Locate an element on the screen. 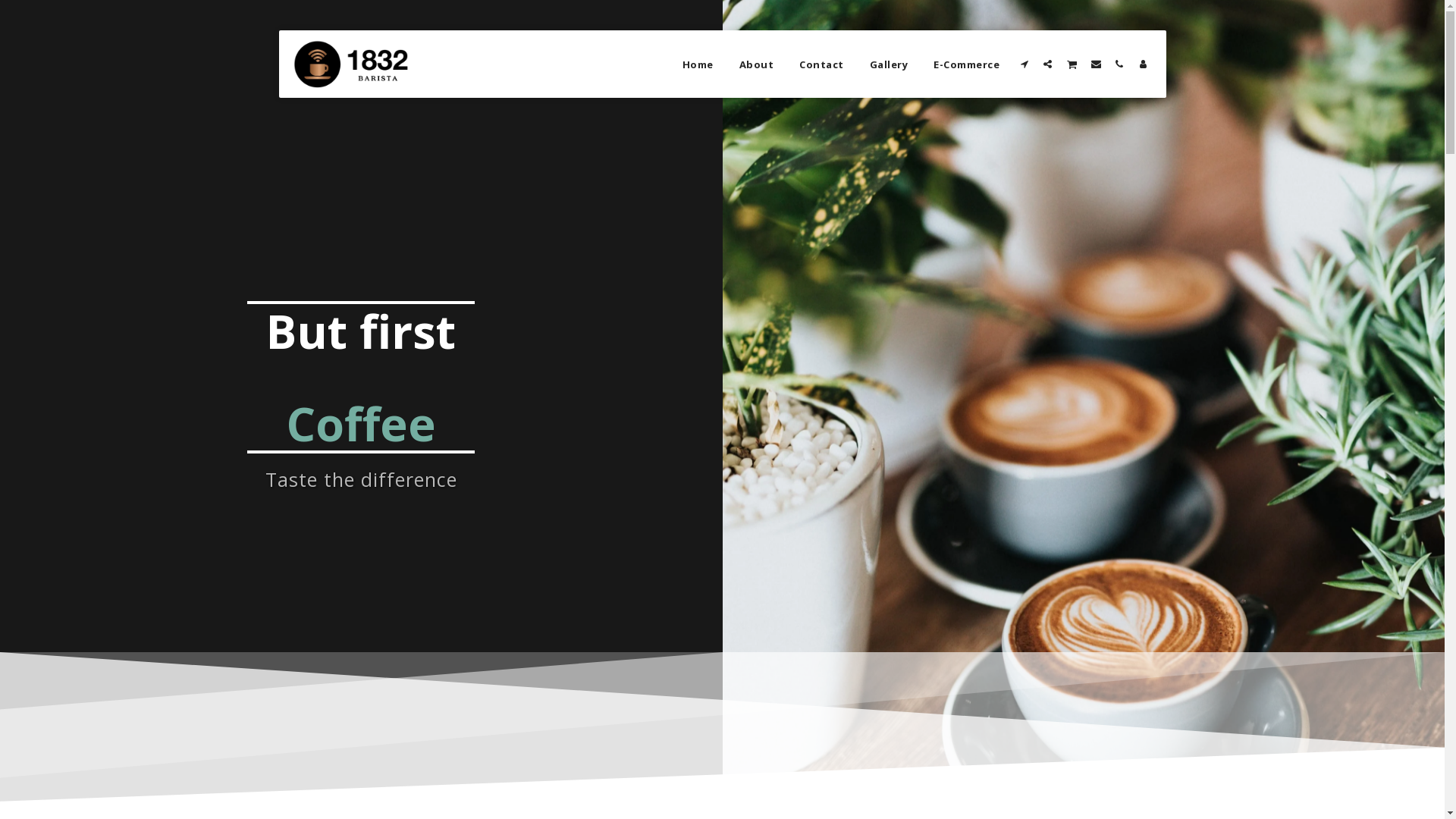 This screenshot has width=1456, height=819. 'Gallery' is located at coordinates (889, 63).